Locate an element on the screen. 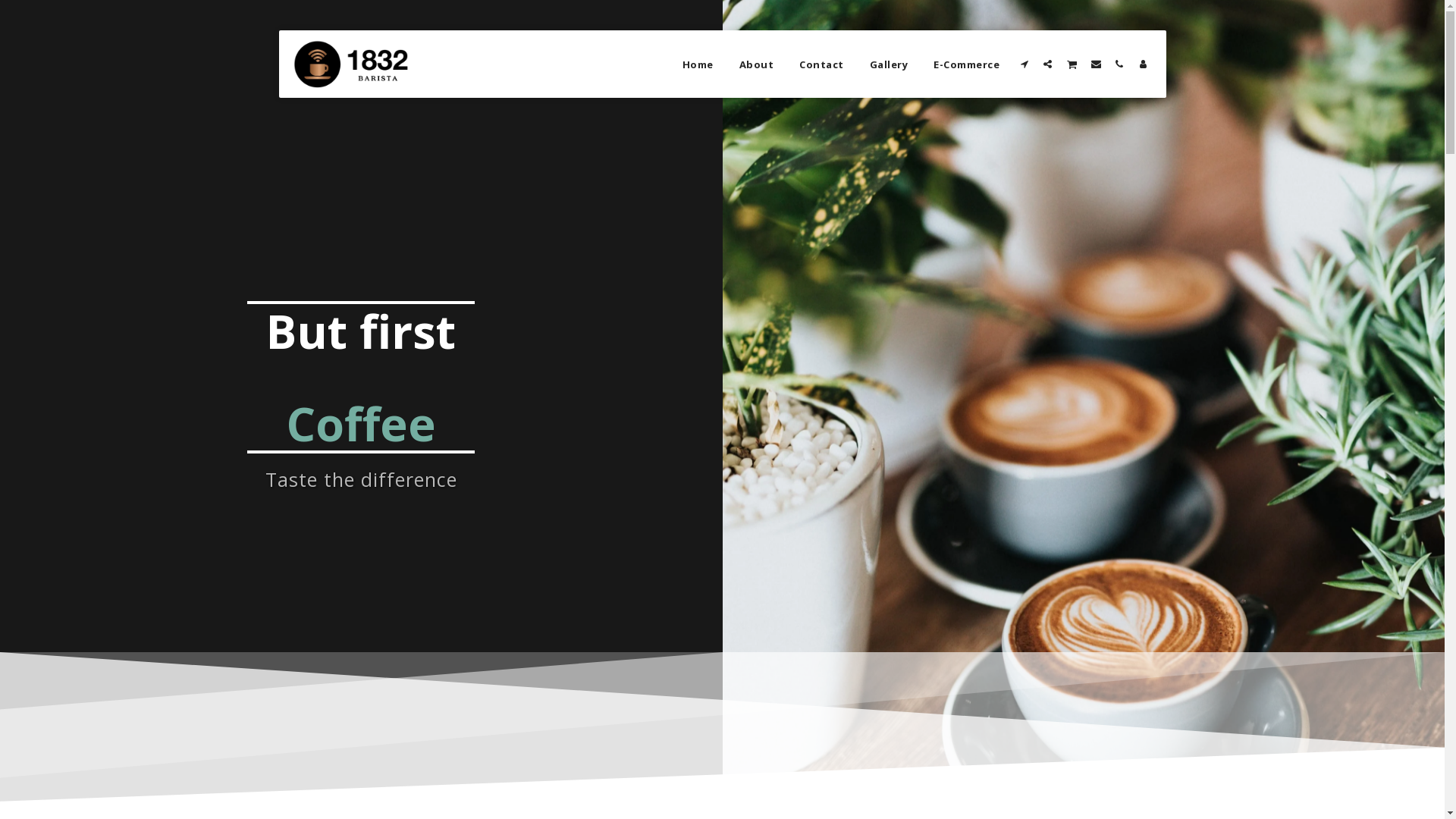 This screenshot has width=1456, height=819. 'Gallery' is located at coordinates (889, 63).